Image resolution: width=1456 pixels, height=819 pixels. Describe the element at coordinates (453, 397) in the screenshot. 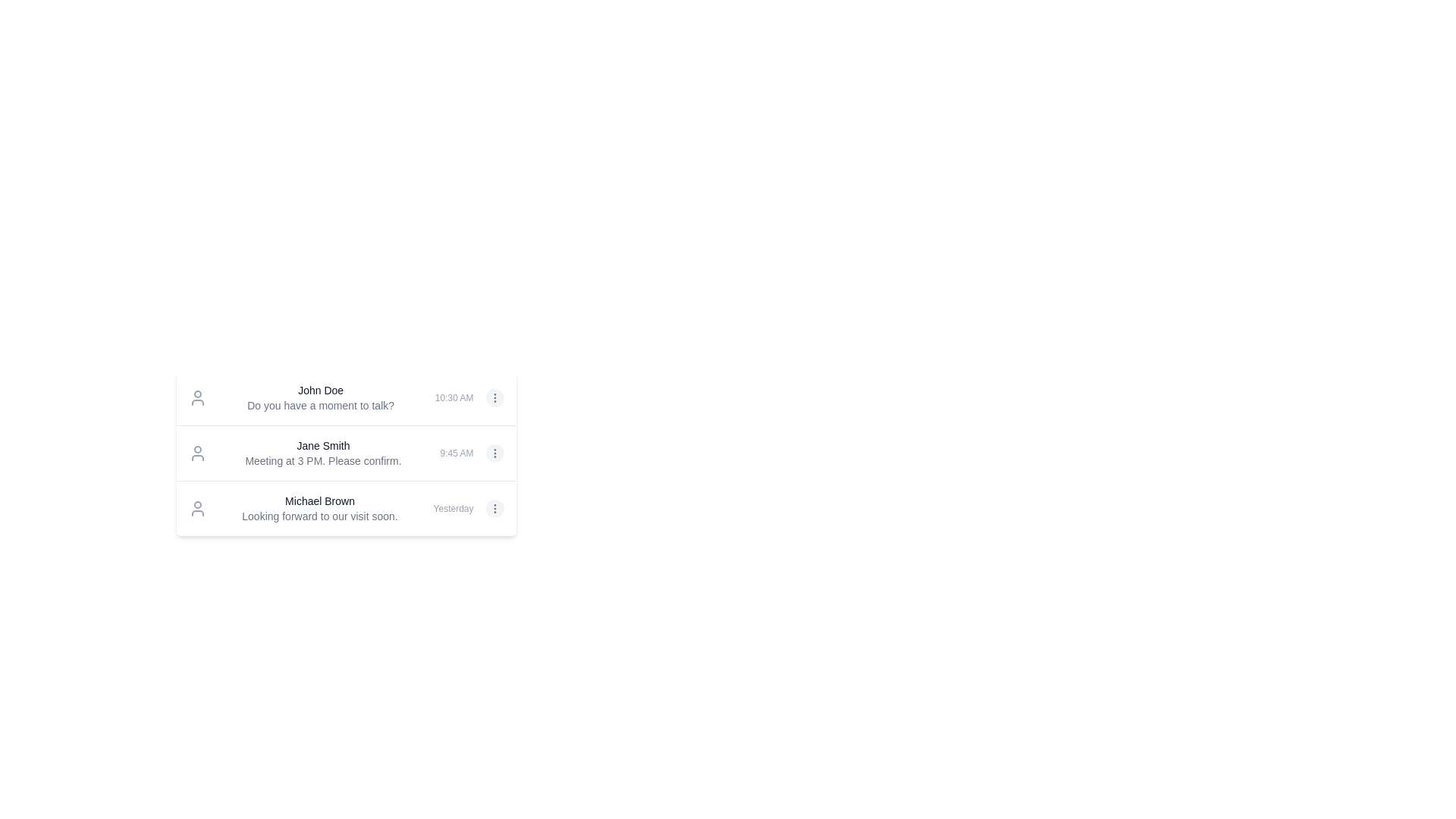

I see `the Text label indicating the time associated with the message entry, which is positioned to the right of the message text 'Do you have a moment to talk?' and aligned vertically with the sender's name 'John Doe.'` at that location.